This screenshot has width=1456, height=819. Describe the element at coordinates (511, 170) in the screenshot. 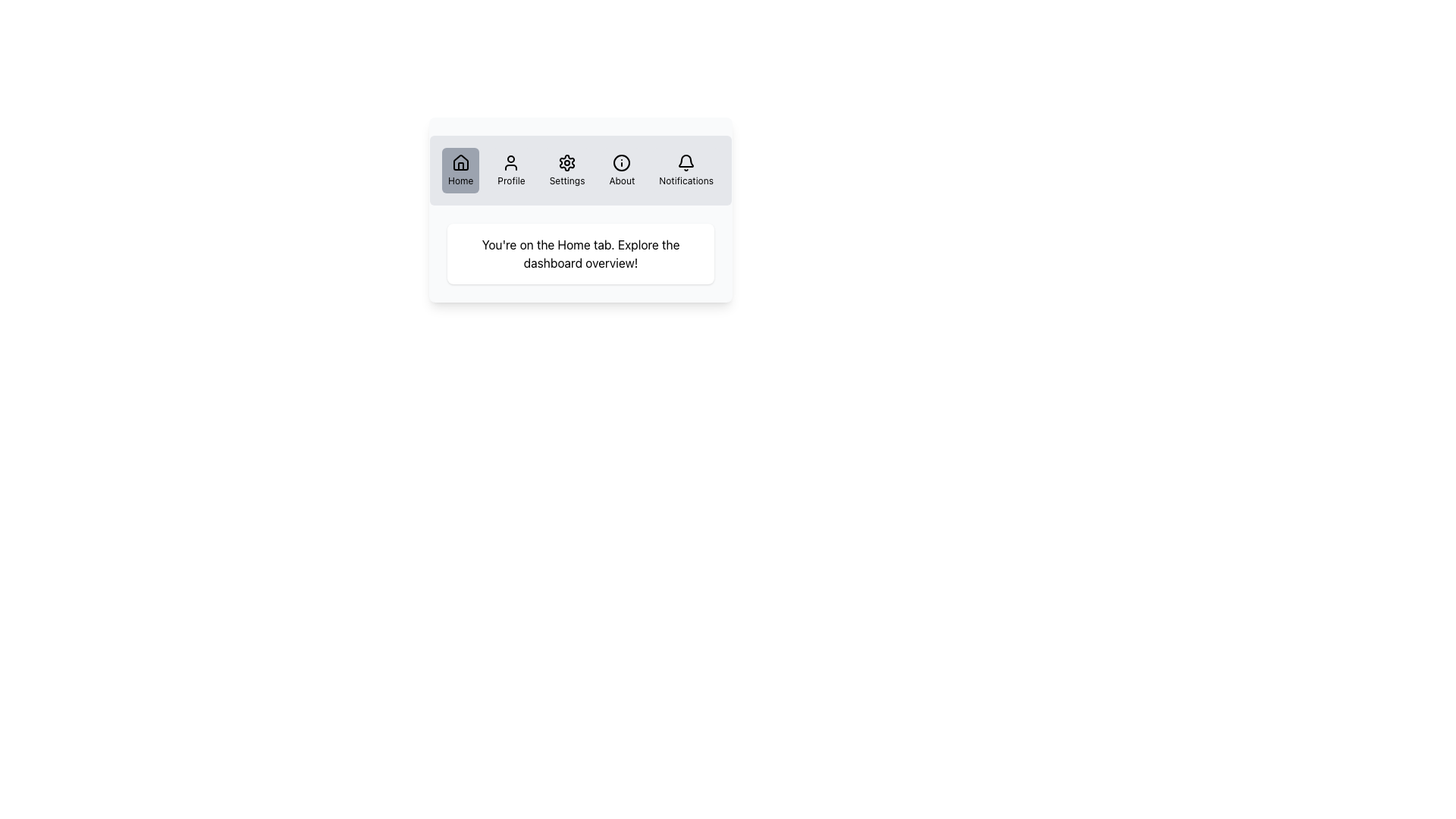

I see `the 'Profile' button, which features a human figure icon and the text 'Profile' below it, located in the horizontal navigation menu of the toolbar` at that location.